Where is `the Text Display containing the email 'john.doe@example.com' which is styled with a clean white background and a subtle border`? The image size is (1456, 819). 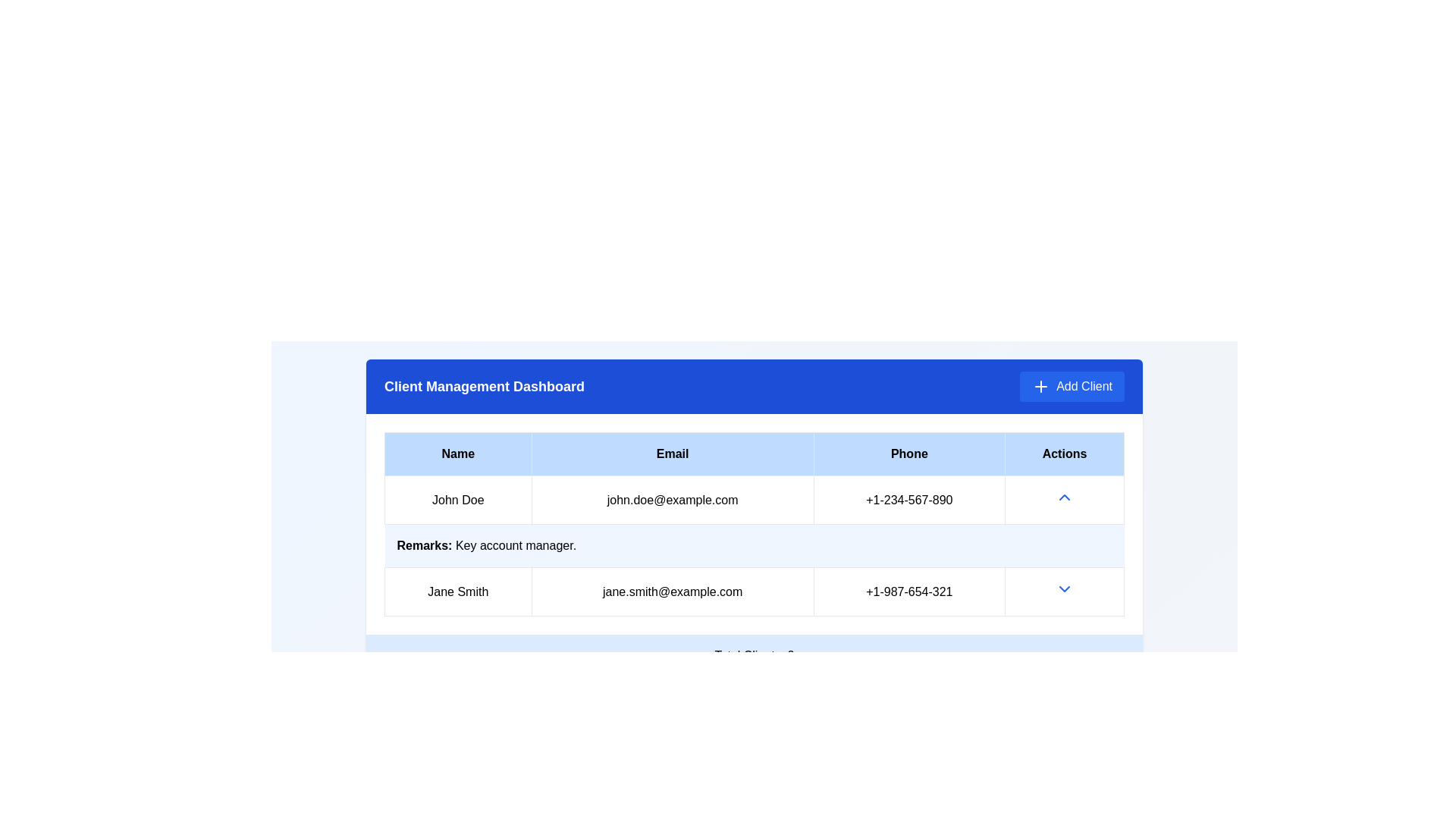 the Text Display containing the email 'john.doe@example.com' which is styled with a clean white background and a subtle border is located at coordinates (672, 500).